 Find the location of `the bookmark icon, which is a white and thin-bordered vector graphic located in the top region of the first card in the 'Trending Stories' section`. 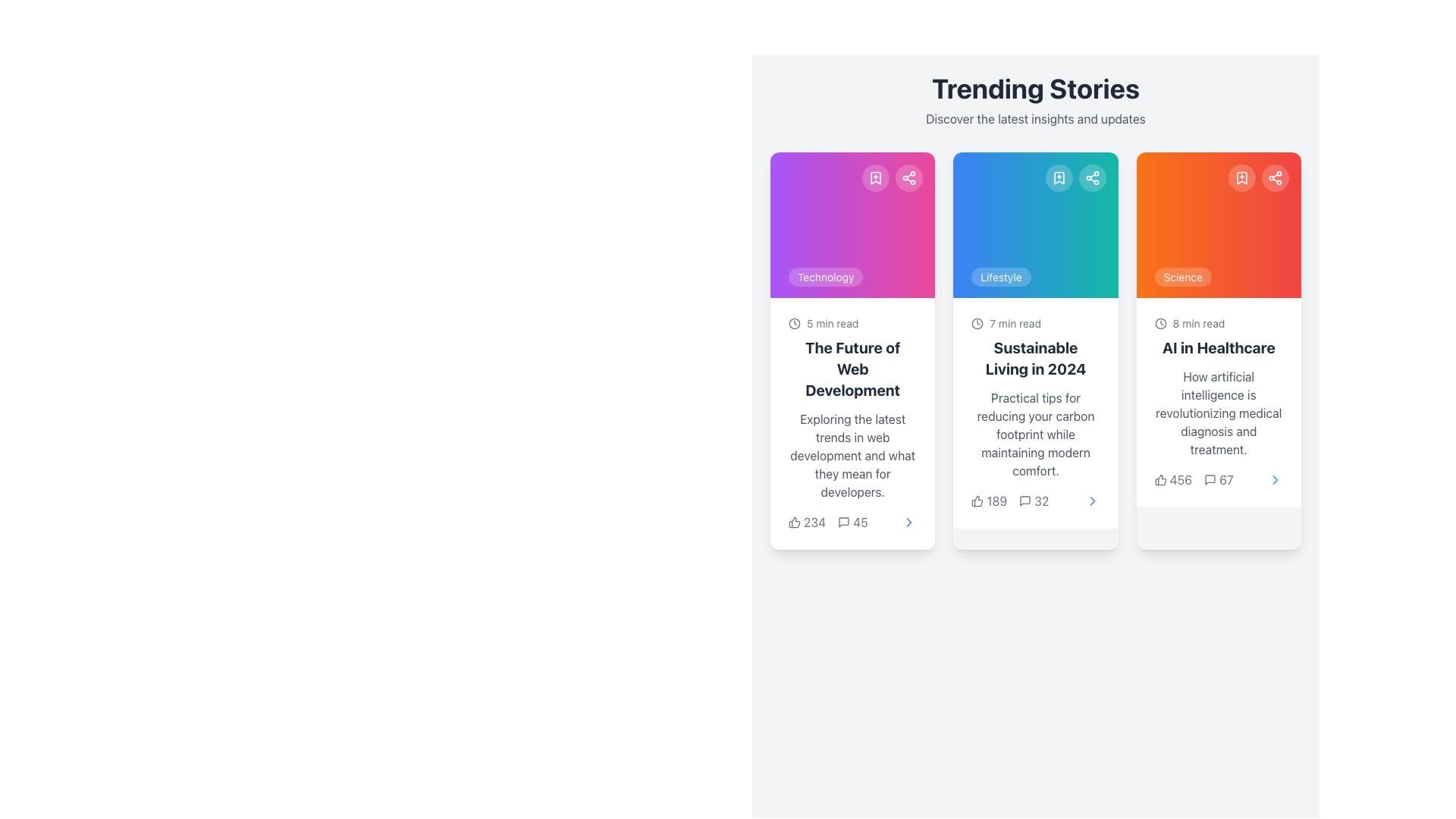

the bookmark icon, which is a white and thin-bordered vector graphic located in the top region of the first card in the 'Trending Stories' section is located at coordinates (876, 177).